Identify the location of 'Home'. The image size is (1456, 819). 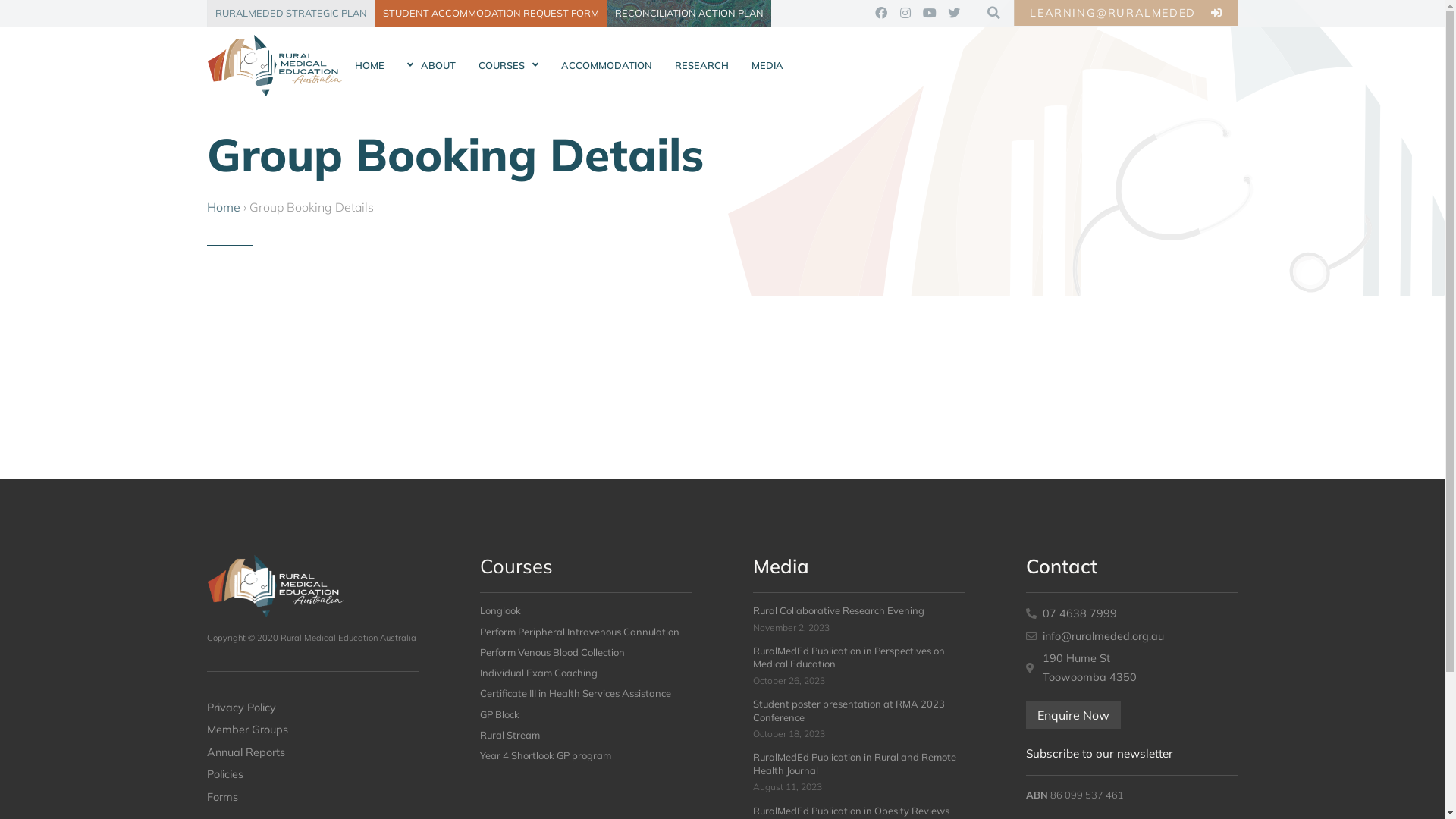
(221, 207).